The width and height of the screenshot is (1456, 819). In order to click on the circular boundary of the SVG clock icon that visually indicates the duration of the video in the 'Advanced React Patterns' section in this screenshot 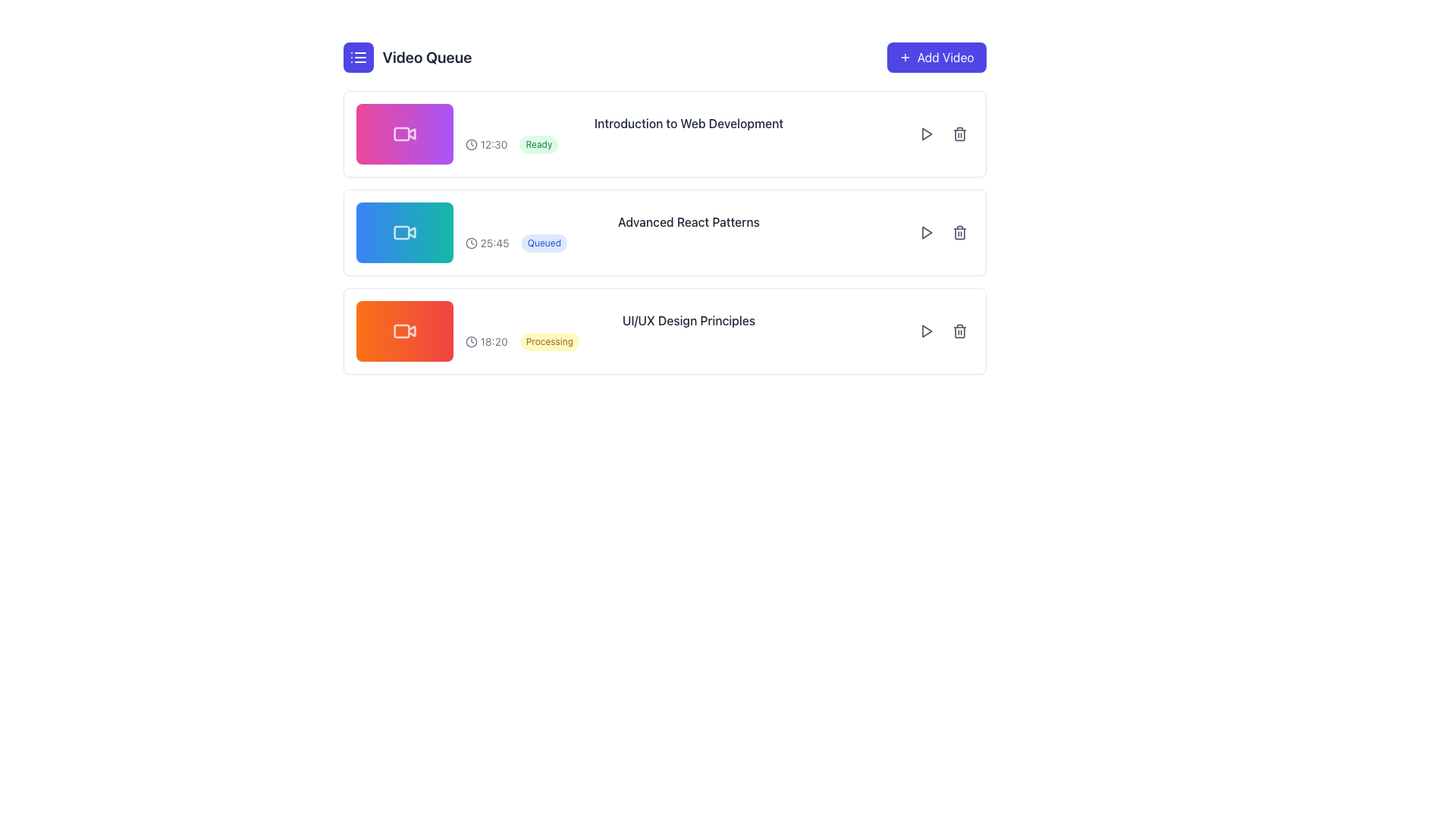, I will do `click(470, 242)`.